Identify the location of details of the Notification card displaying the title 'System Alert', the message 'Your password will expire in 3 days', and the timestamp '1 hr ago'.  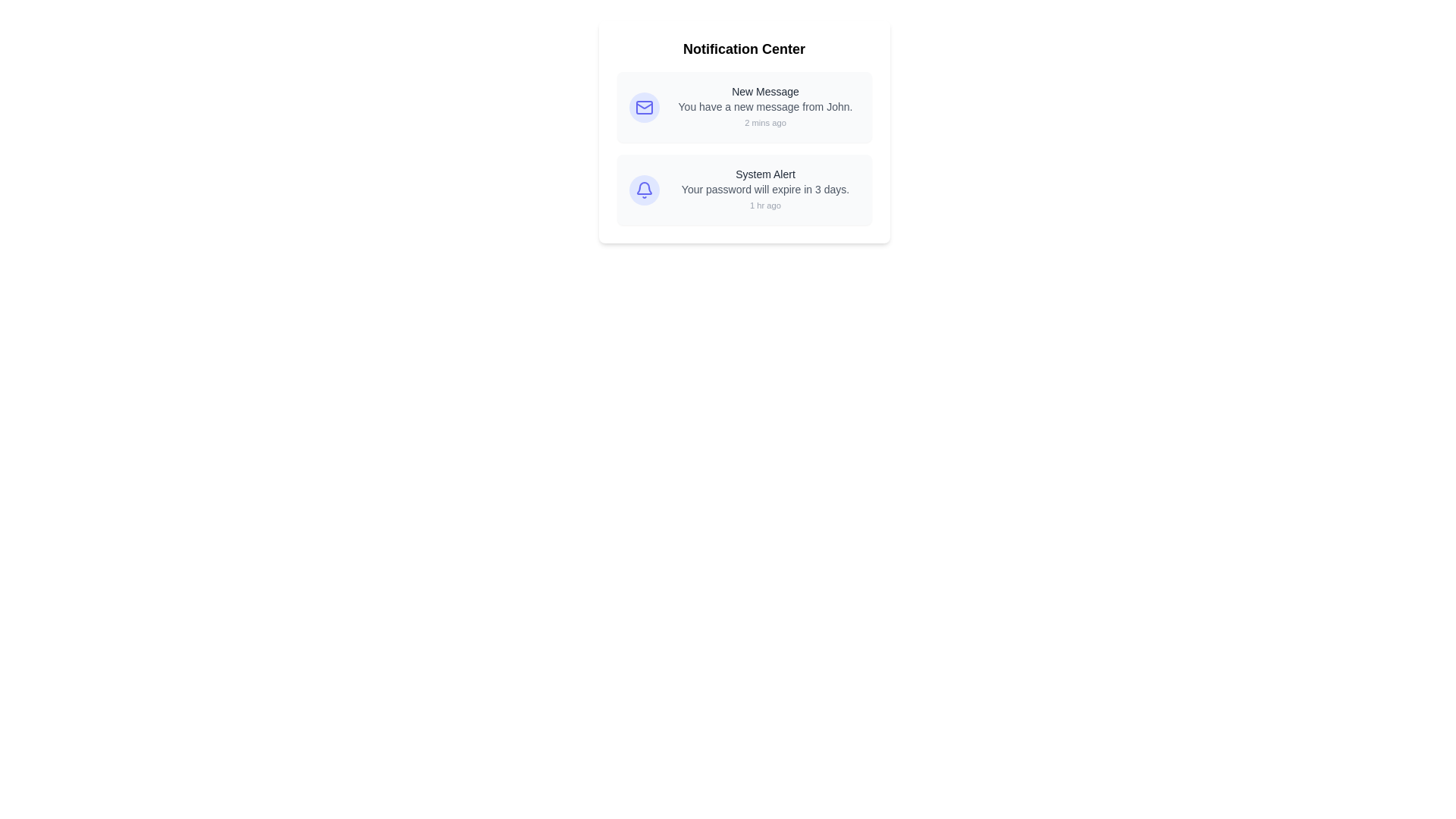
(744, 189).